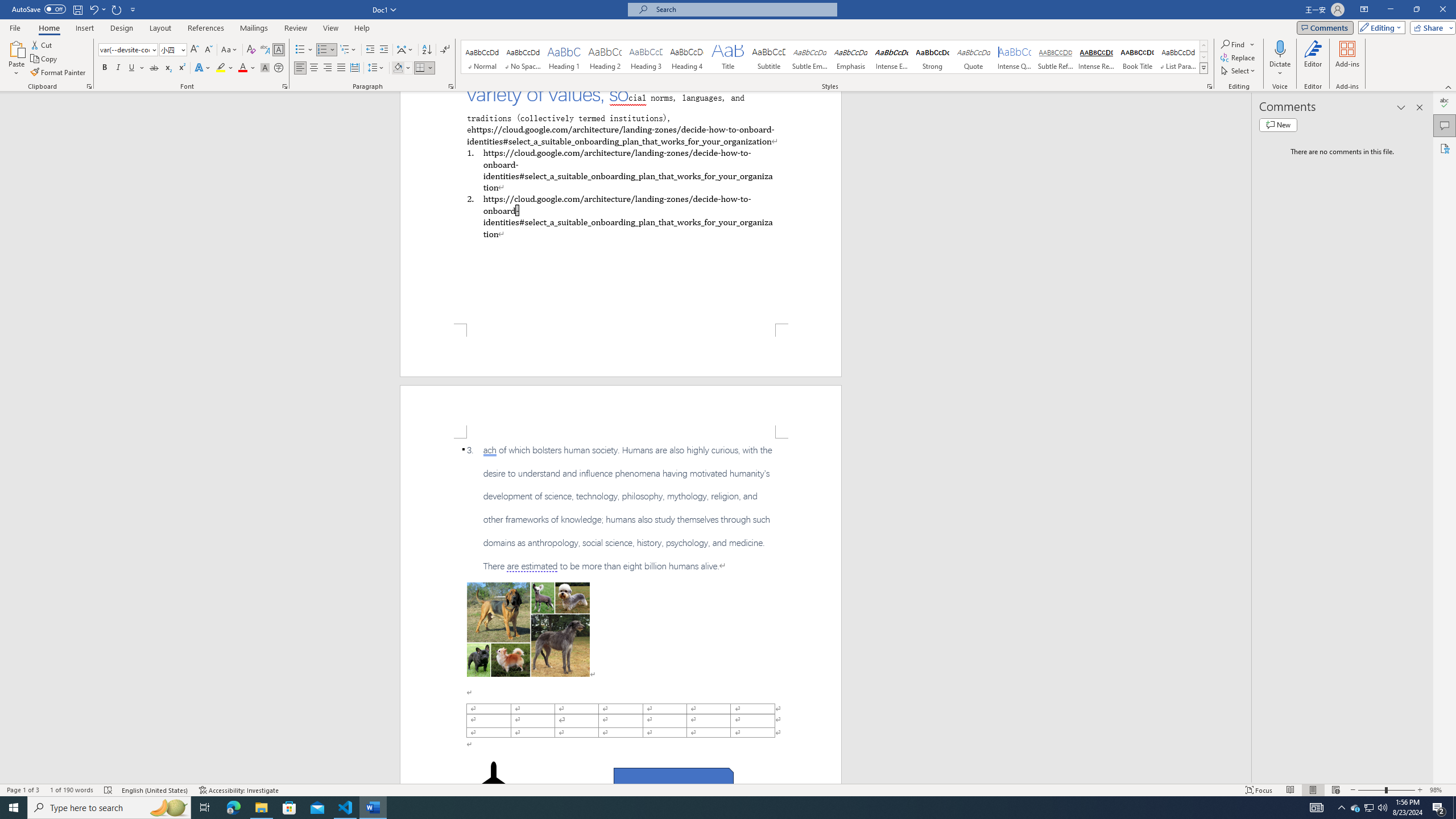 The height and width of the screenshot is (819, 1456). Describe the element at coordinates (834, 56) in the screenshot. I see `'AutomationID: QuickStylesGallery'` at that location.